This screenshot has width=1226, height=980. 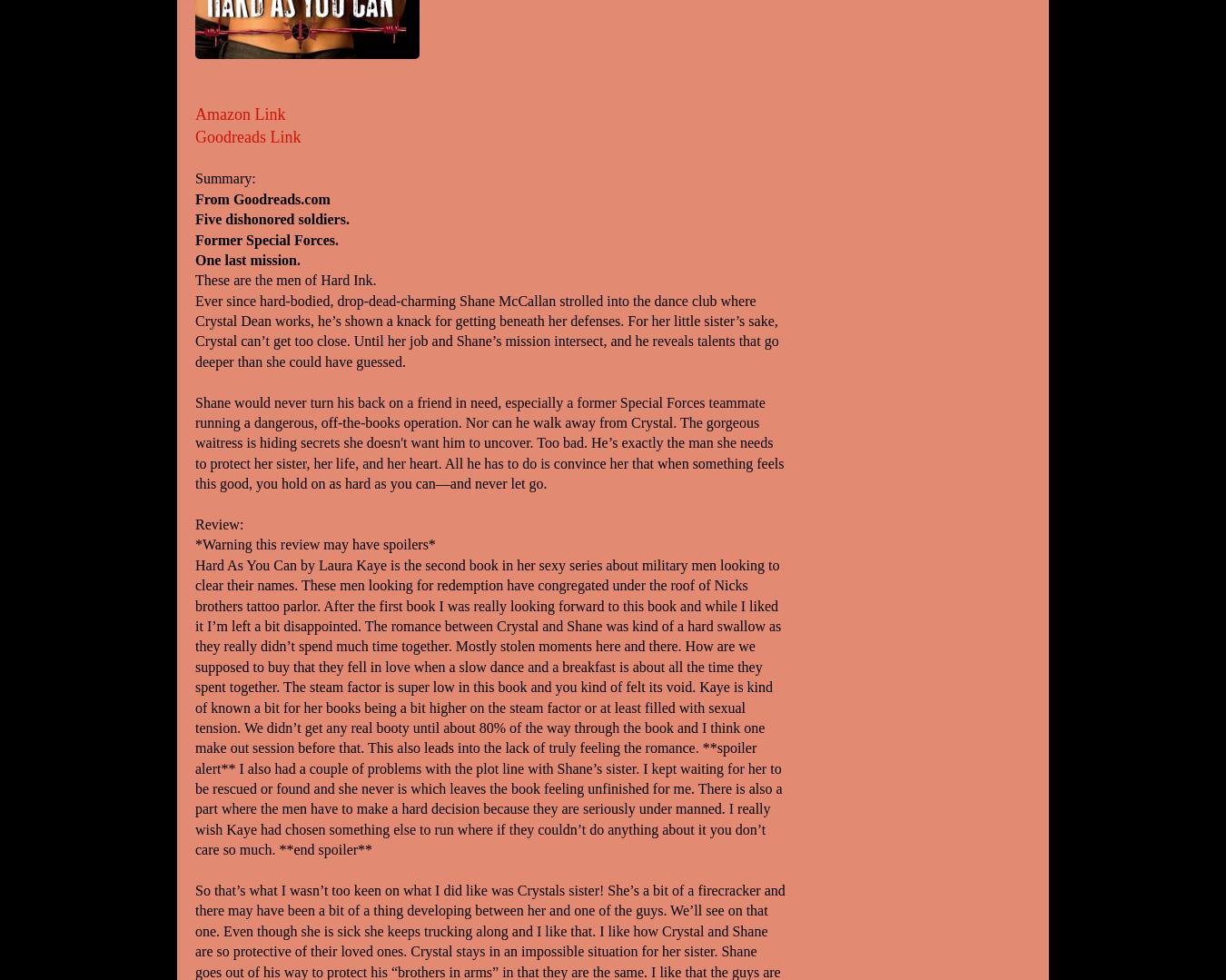 What do you see at coordinates (246, 259) in the screenshot?
I see `'One last mission.'` at bounding box center [246, 259].